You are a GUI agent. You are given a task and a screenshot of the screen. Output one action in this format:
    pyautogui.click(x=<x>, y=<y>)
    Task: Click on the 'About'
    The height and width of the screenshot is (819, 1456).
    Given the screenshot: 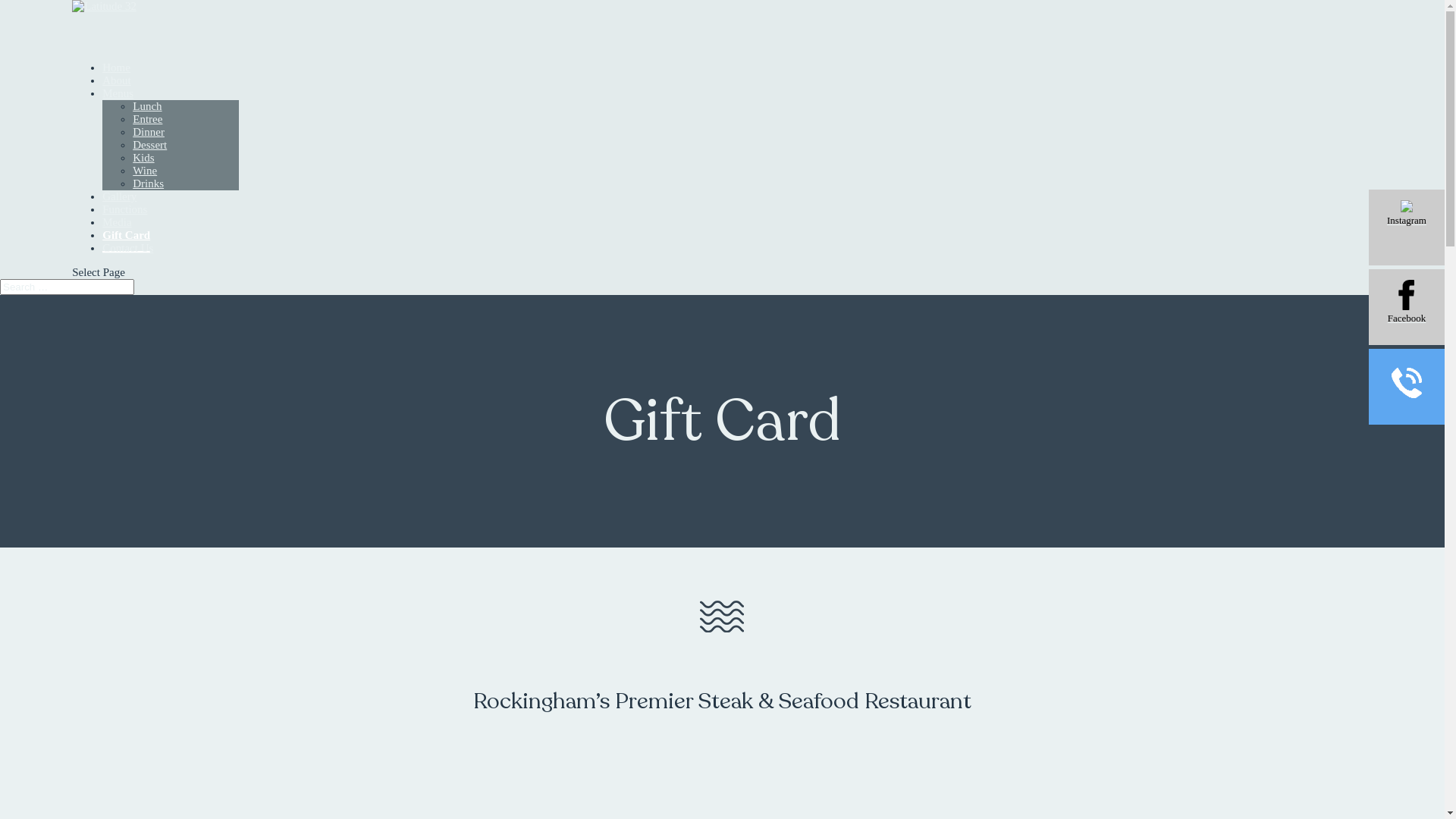 What is the action you would take?
    pyautogui.click(x=115, y=99)
    